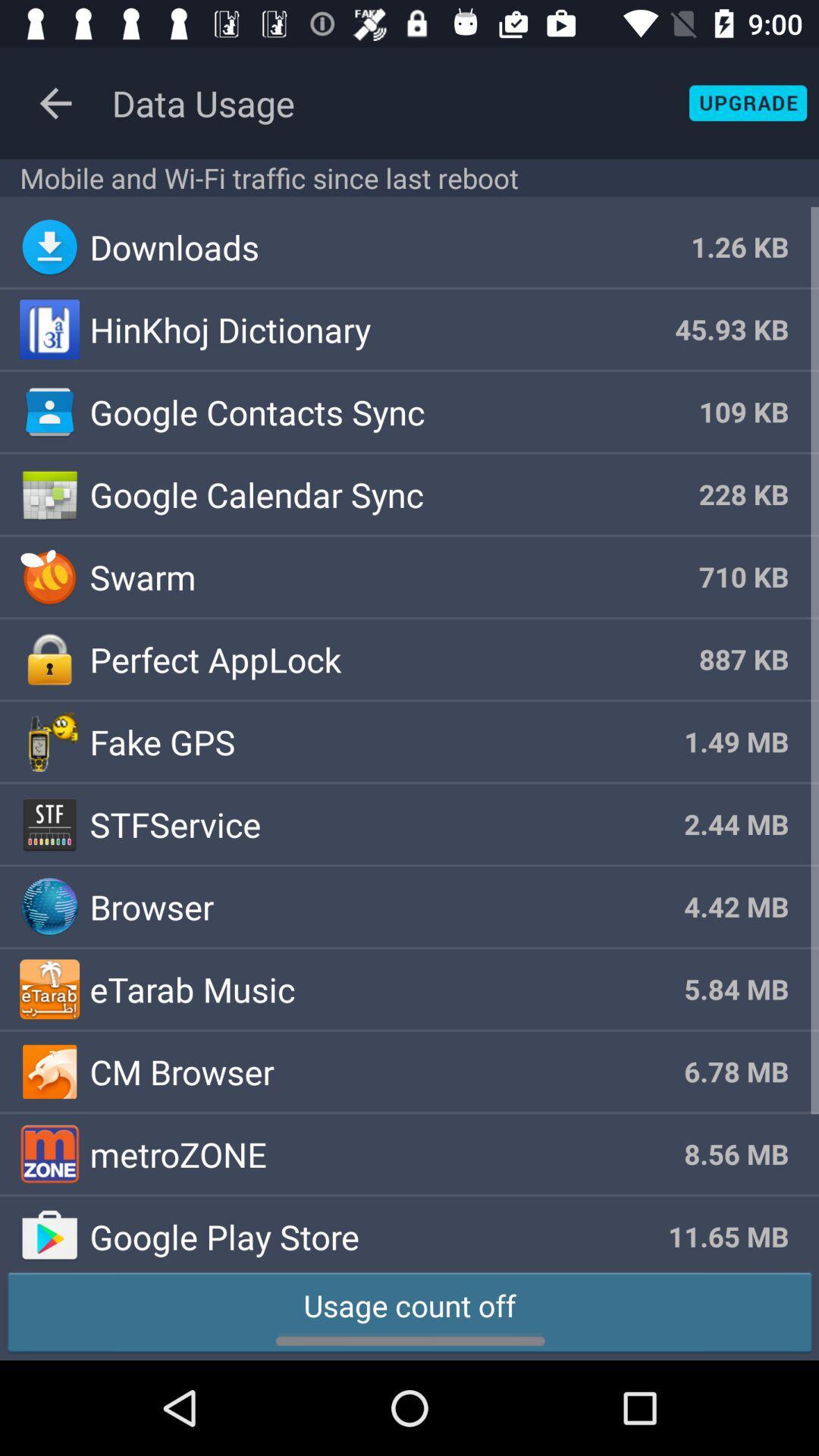  I want to click on upgrade, so click(747, 102).